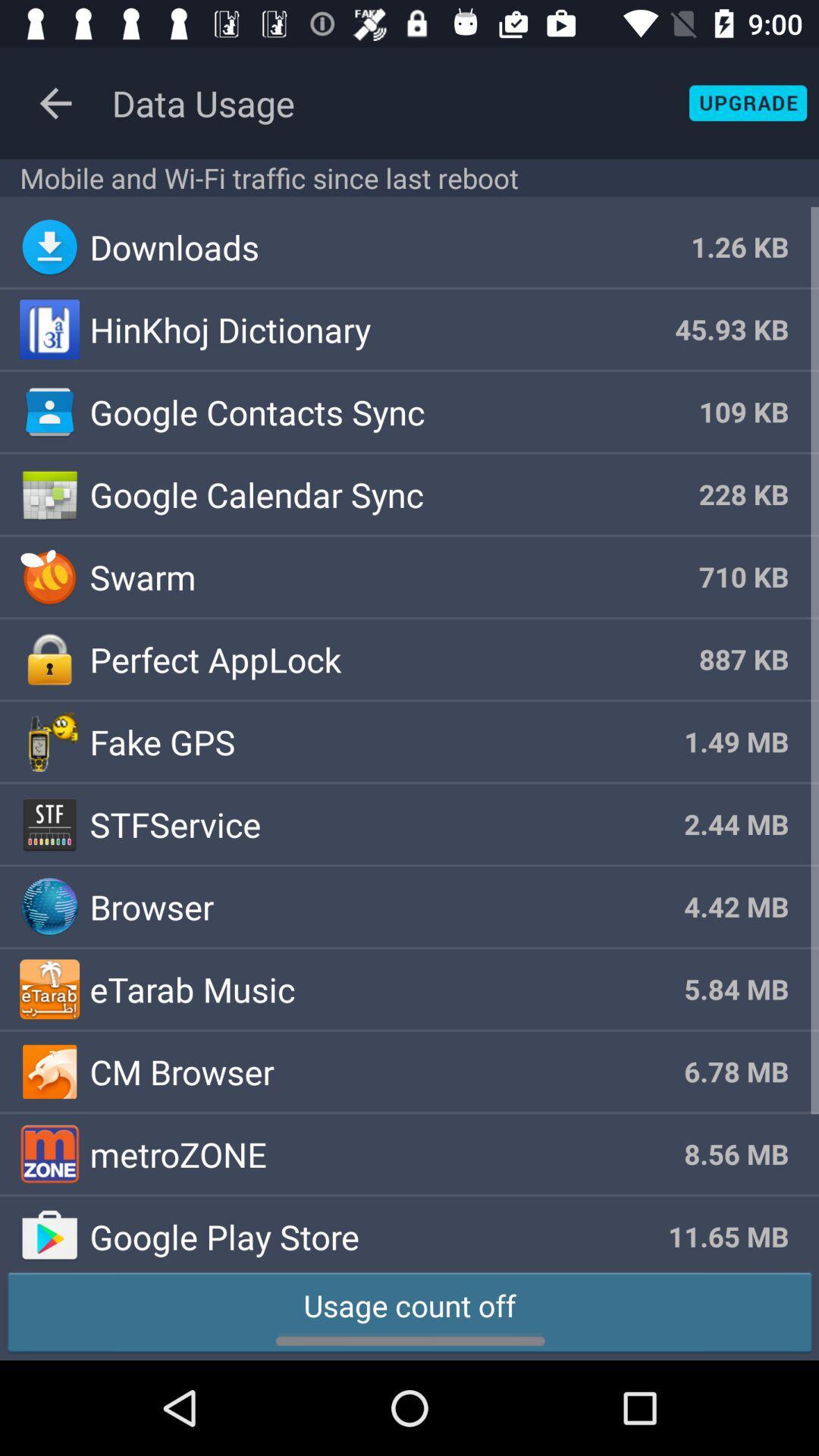  I want to click on upgrade, so click(747, 102).